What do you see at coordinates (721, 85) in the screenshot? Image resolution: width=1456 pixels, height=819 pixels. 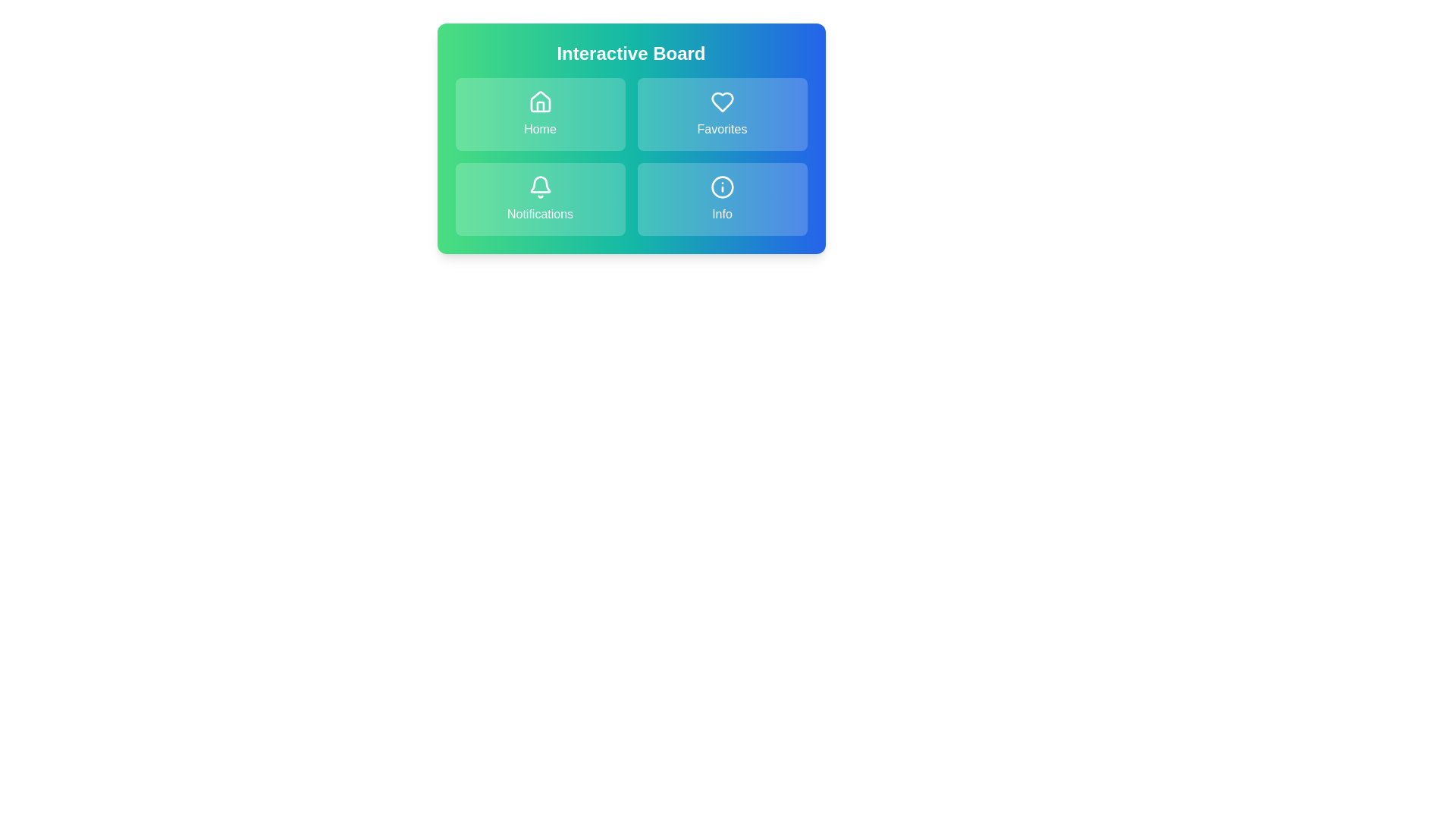 I see `the 'Favorites' button, which is located in the top-center quadrant of the UI` at bounding box center [721, 85].